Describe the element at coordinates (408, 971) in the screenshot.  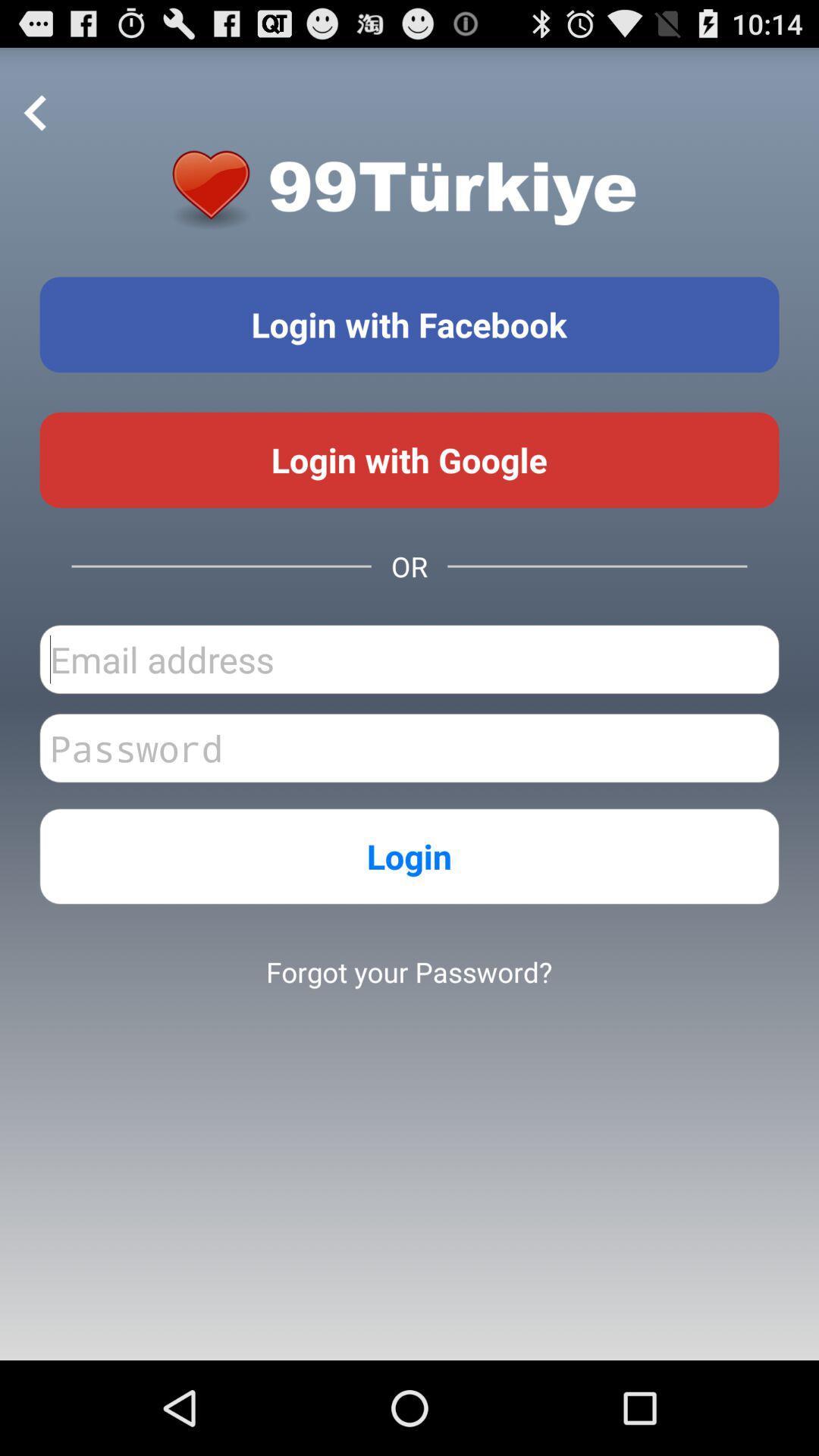
I see `the forgot your password?` at that location.